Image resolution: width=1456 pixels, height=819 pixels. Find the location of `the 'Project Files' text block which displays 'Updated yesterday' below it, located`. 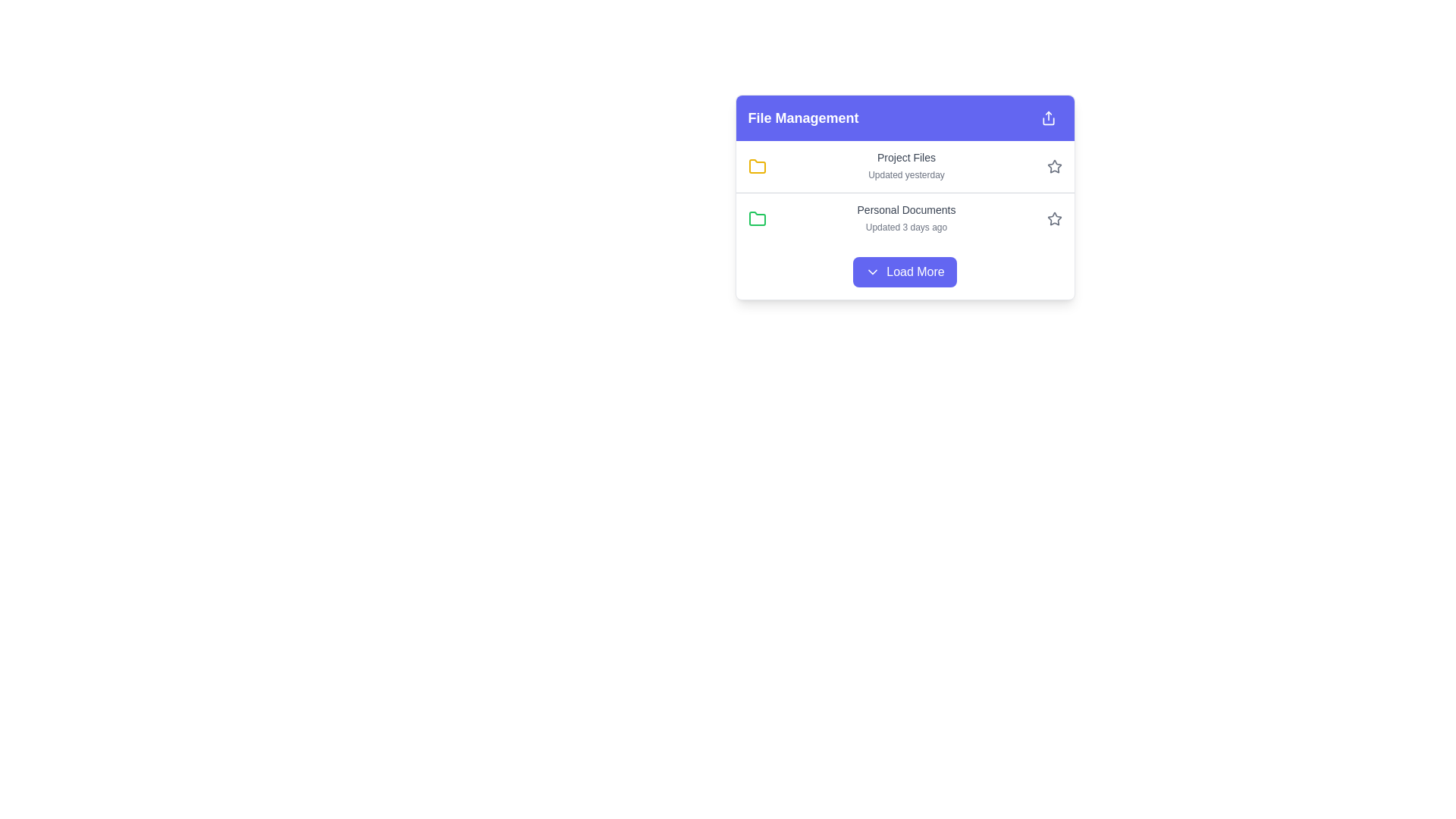

the 'Project Files' text block which displays 'Updated yesterday' below it, located is located at coordinates (906, 166).